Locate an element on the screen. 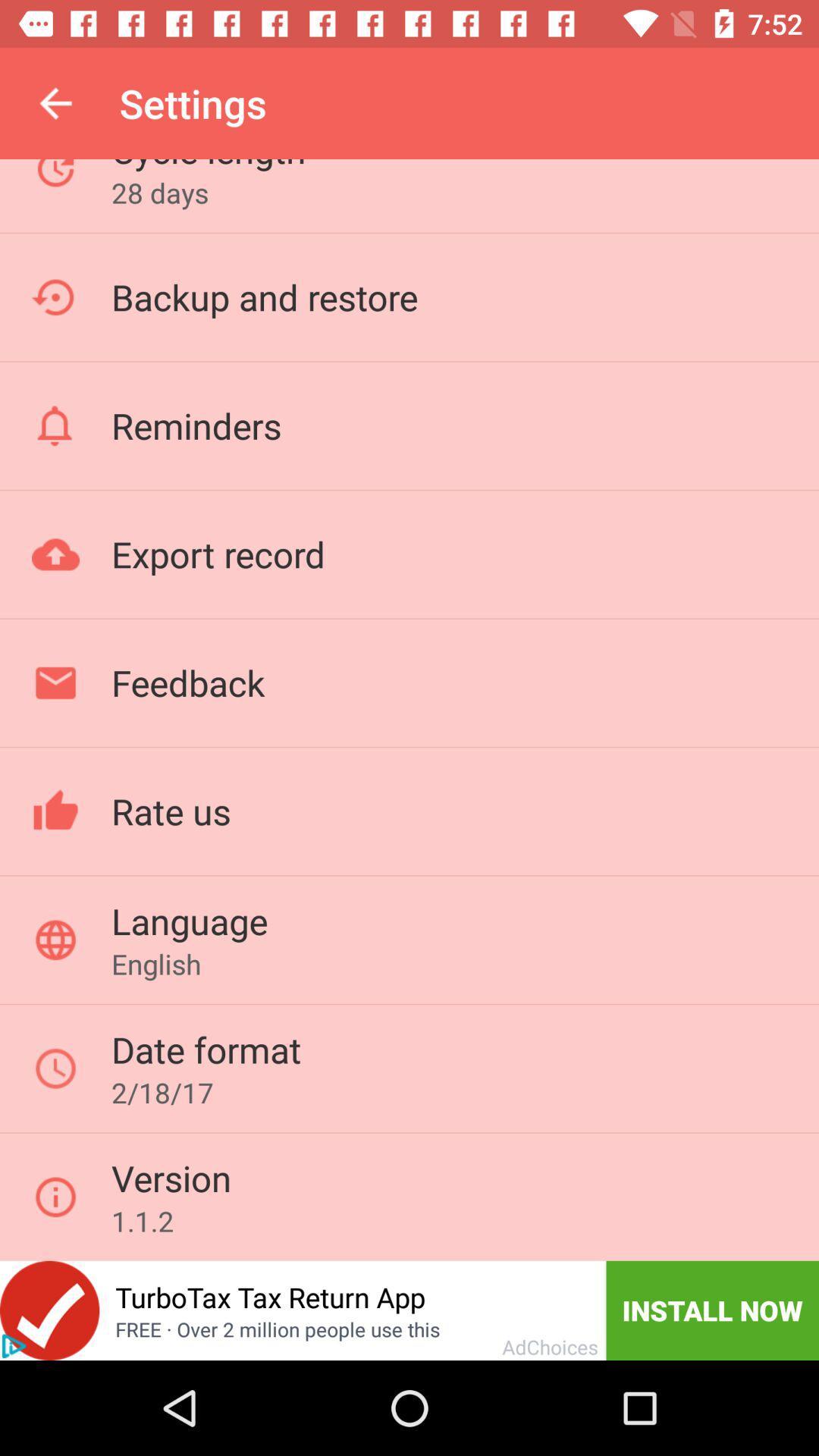 The image size is (819, 1456). the check icon is located at coordinates (49, 1310).